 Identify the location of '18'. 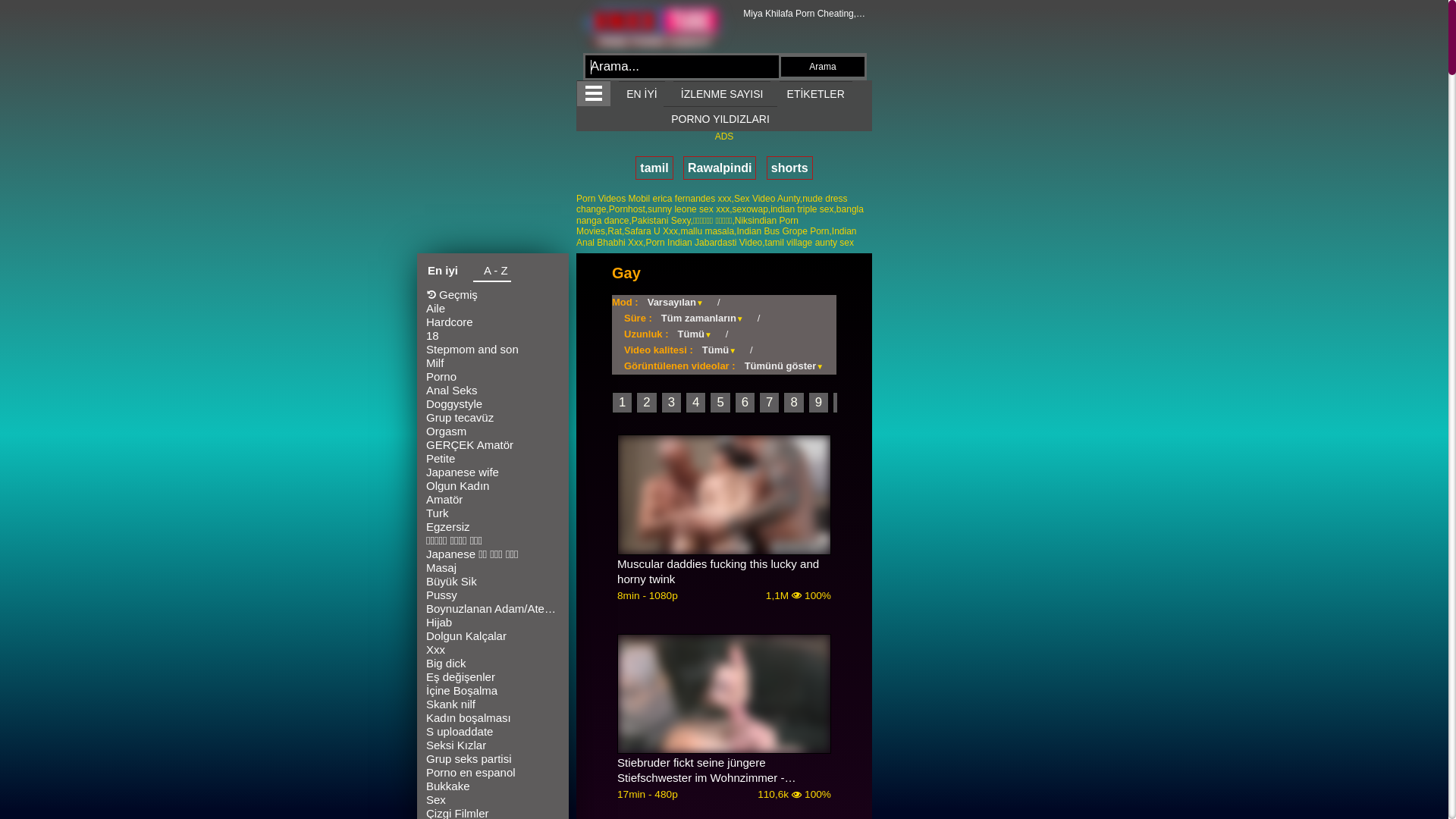
(492, 335).